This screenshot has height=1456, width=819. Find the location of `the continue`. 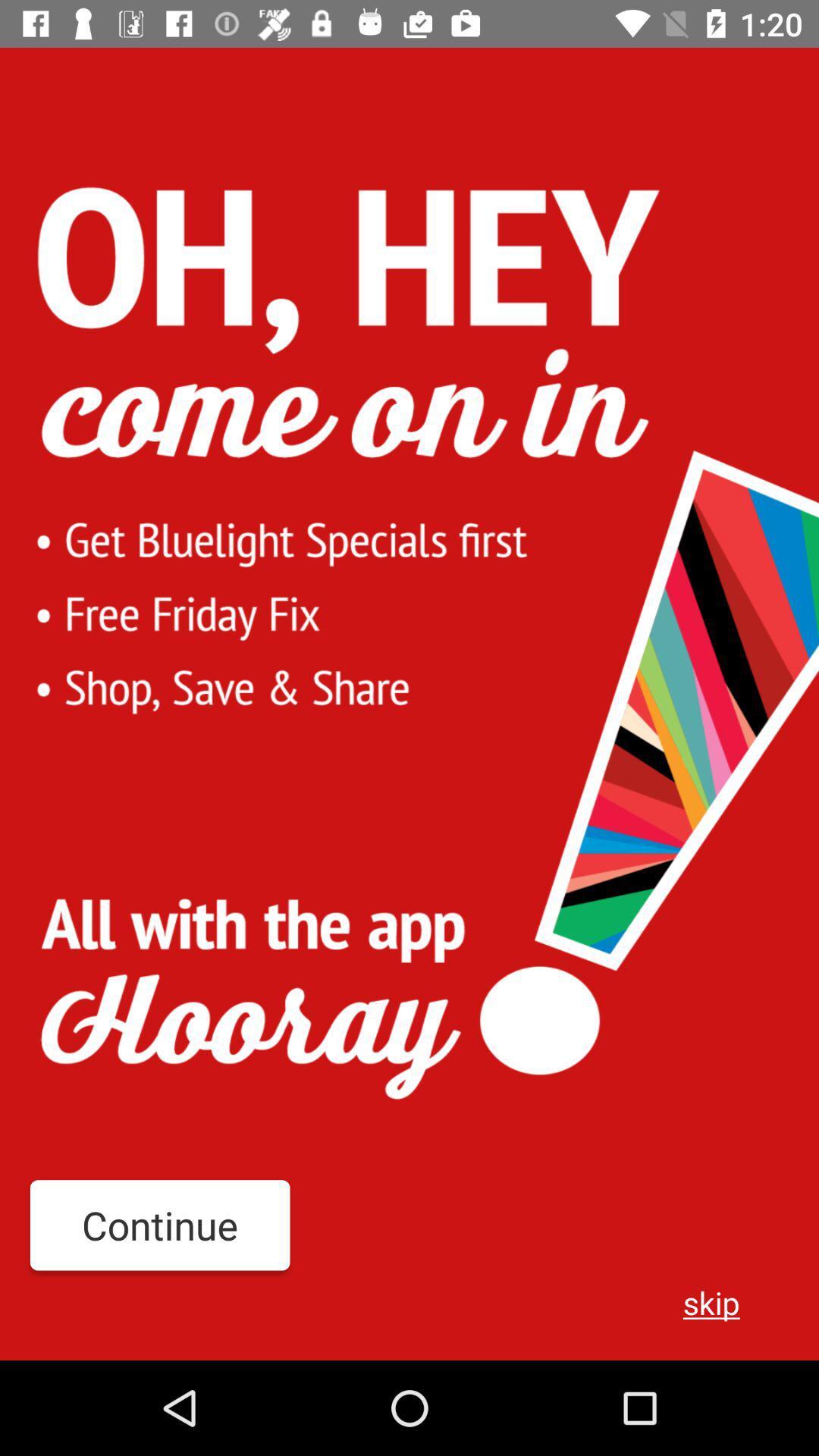

the continue is located at coordinates (160, 1225).